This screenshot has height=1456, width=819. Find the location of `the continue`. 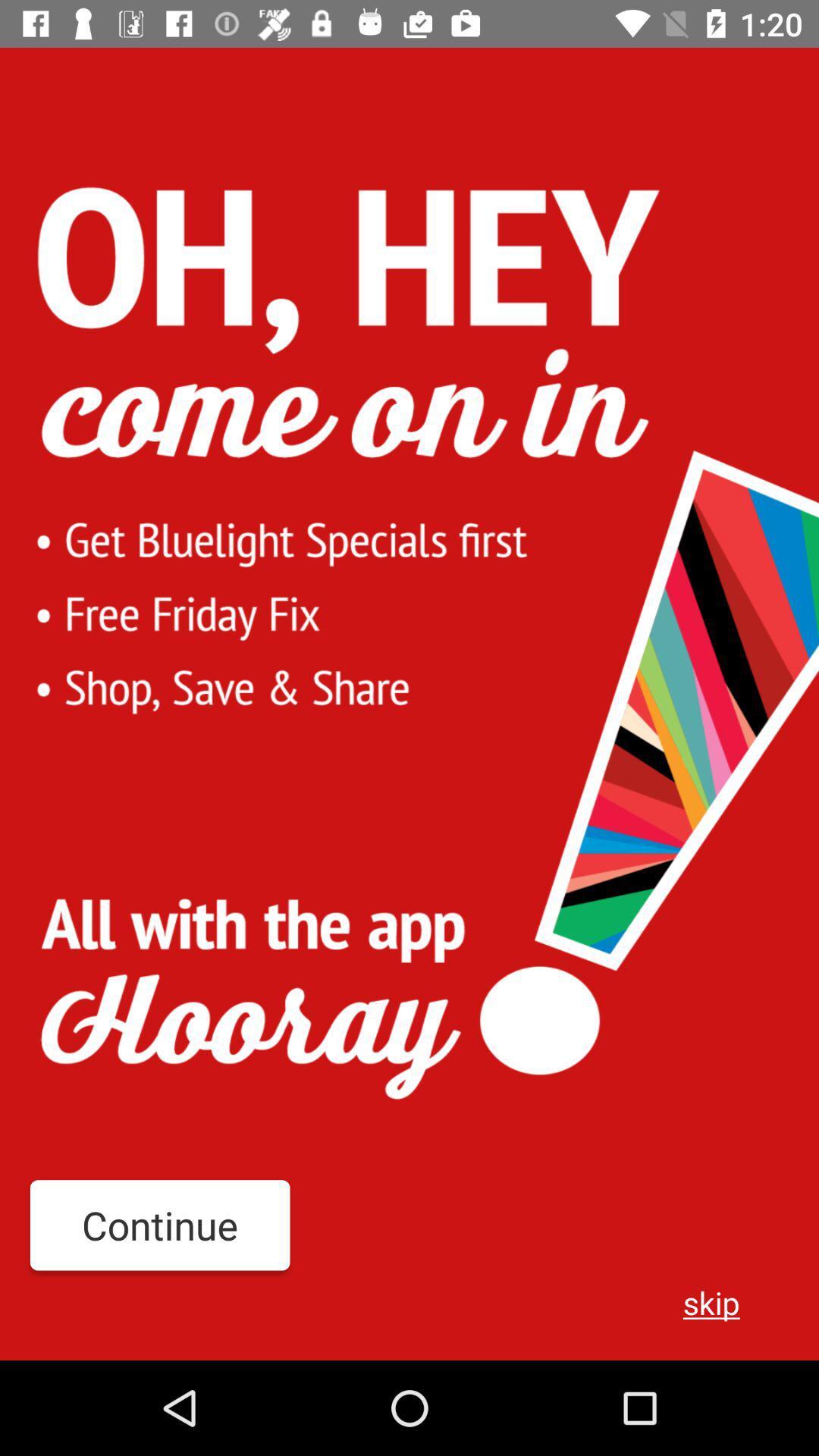

the continue is located at coordinates (160, 1225).